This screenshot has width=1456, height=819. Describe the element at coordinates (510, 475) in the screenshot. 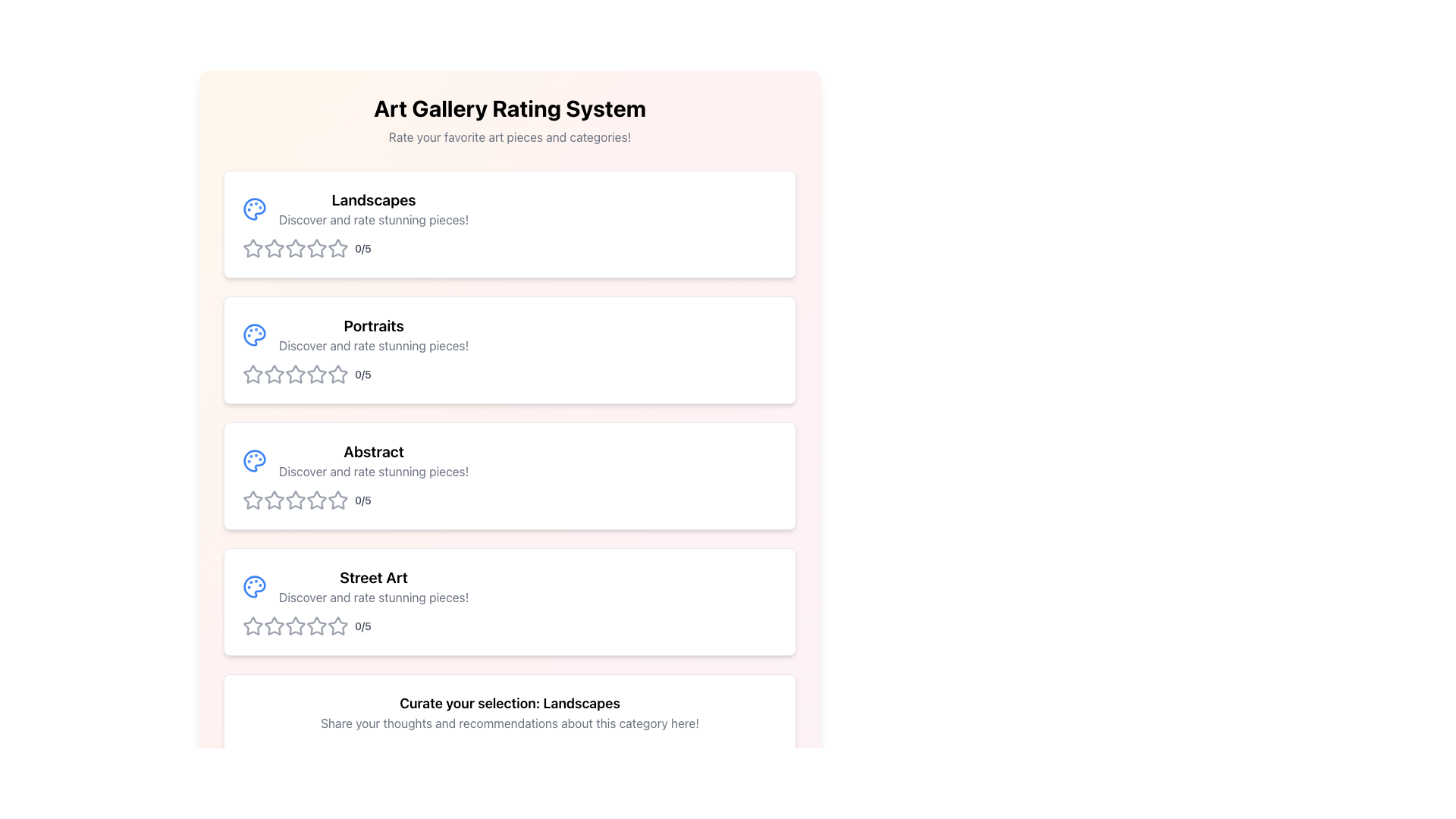

I see `the 'Abstract' category card, which is the third card in a vertical stack` at that location.